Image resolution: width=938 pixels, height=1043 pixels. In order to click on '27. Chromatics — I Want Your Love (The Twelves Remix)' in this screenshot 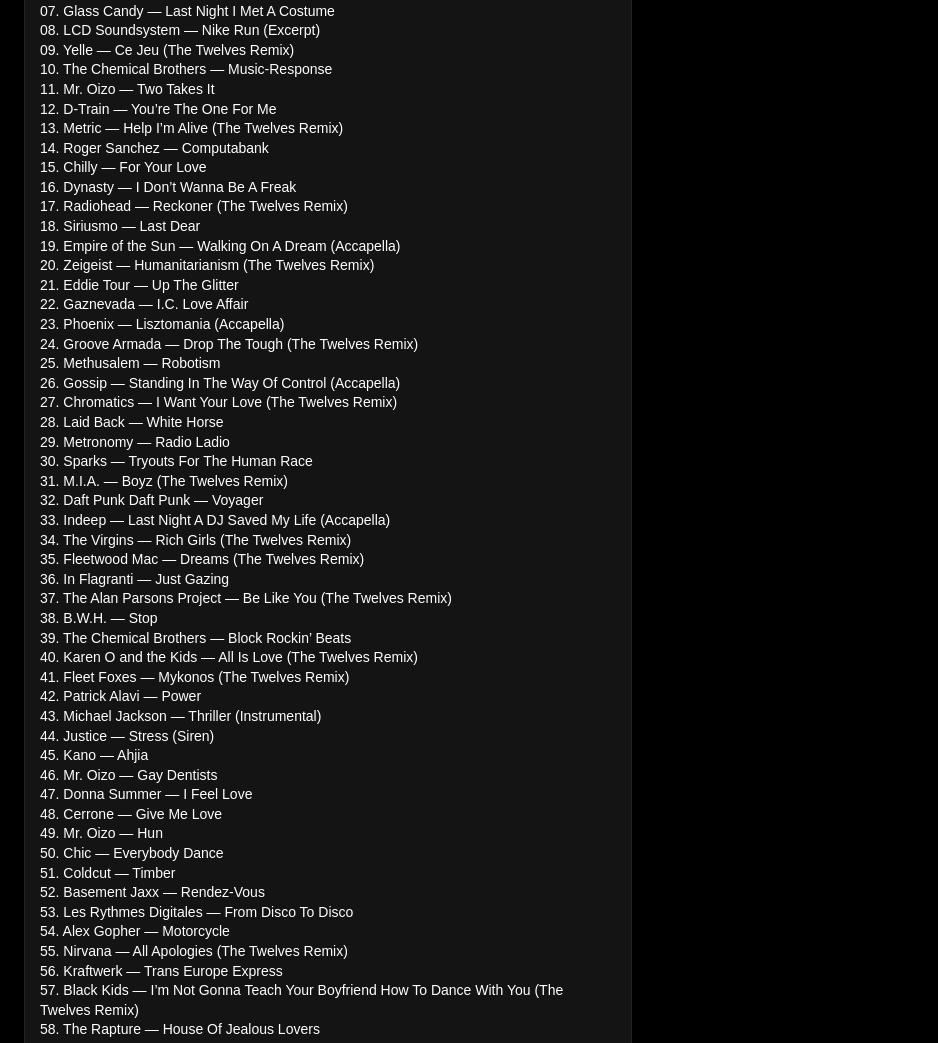, I will do `click(218, 401)`.